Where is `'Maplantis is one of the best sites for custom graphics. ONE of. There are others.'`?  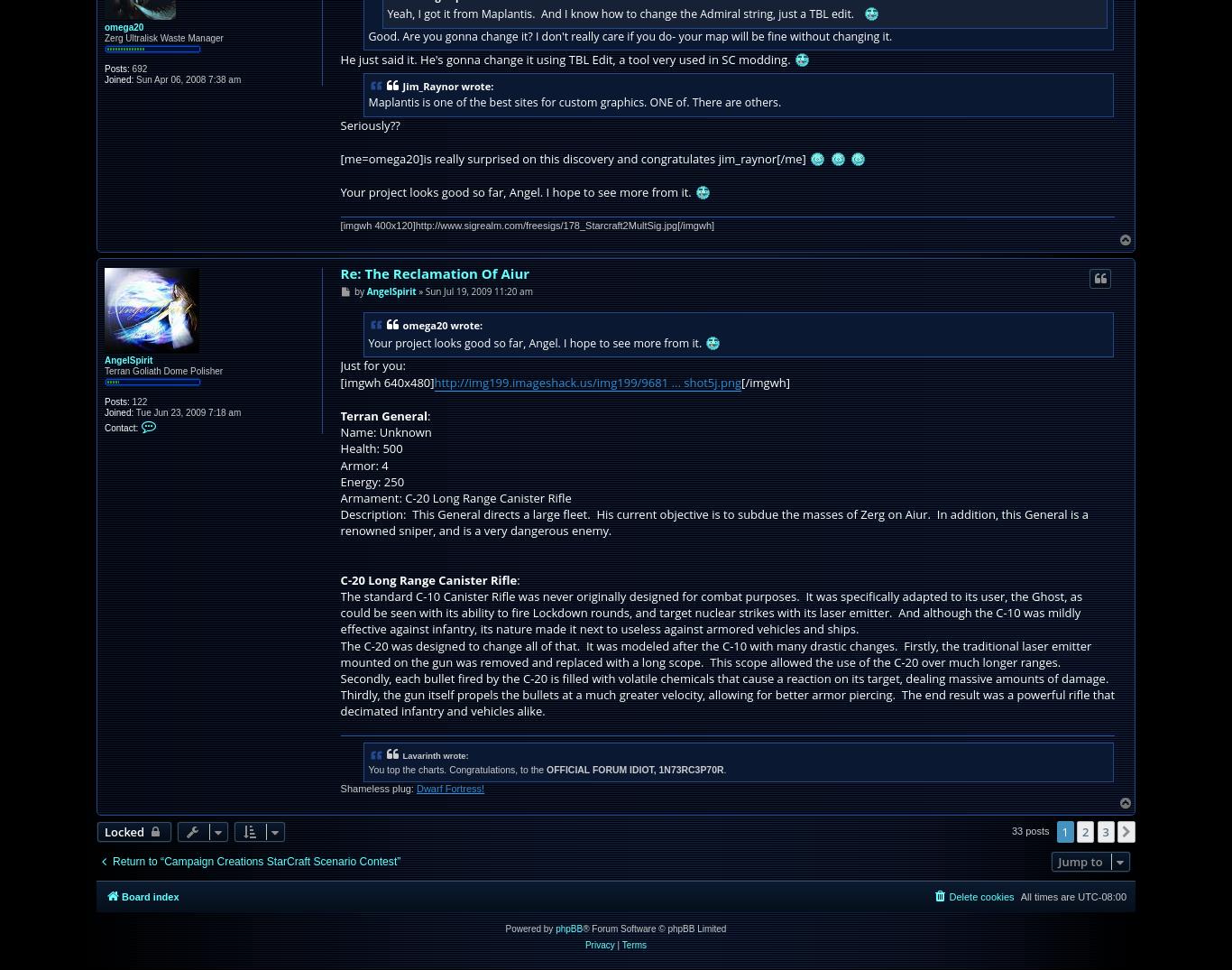
'Maplantis is one of the best sites for custom graphics. ONE of. There are others.' is located at coordinates (573, 101).